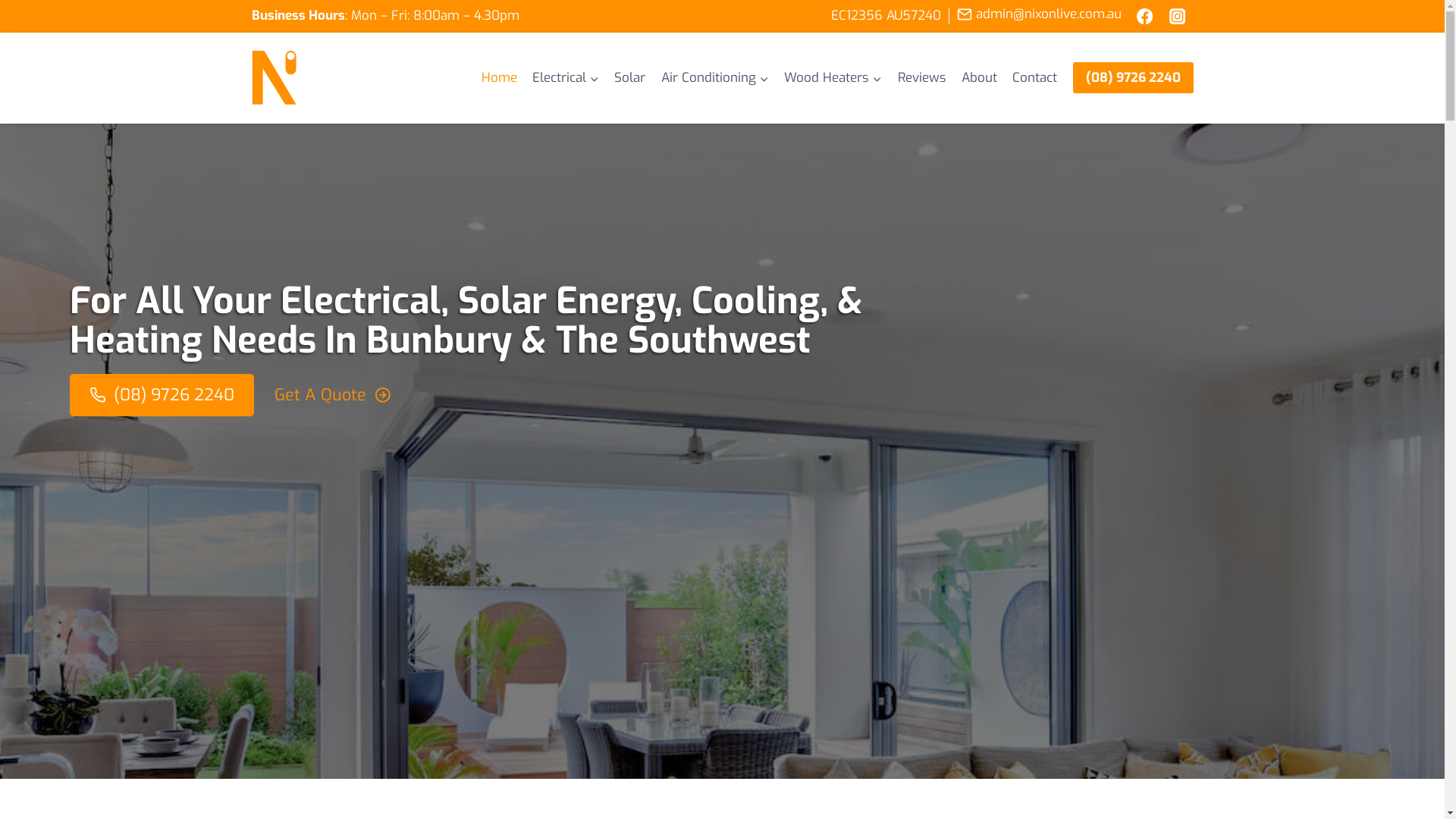  What do you see at coordinates (498, 77) in the screenshot?
I see `'Home'` at bounding box center [498, 77].